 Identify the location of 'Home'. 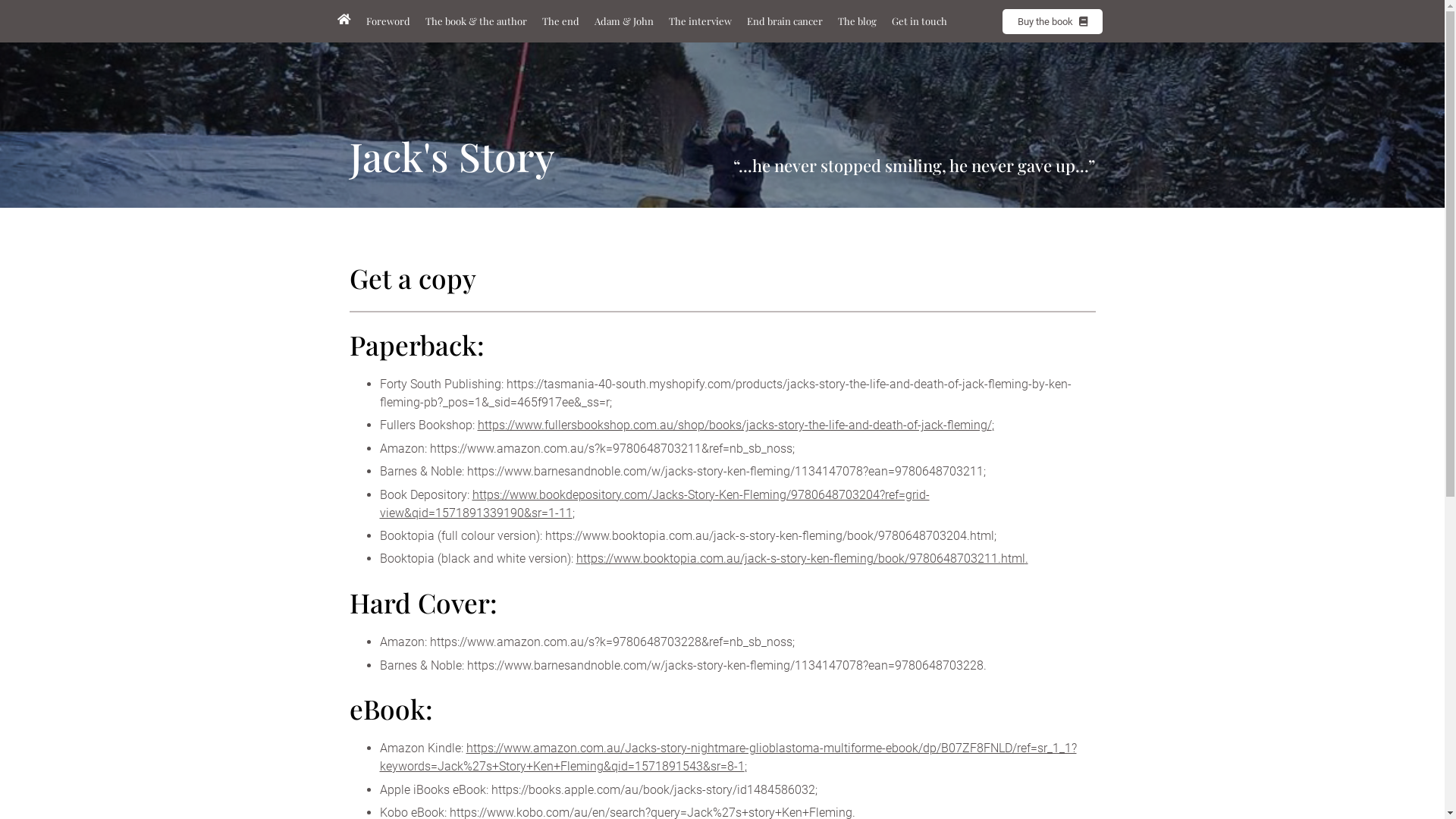
(342, 20).